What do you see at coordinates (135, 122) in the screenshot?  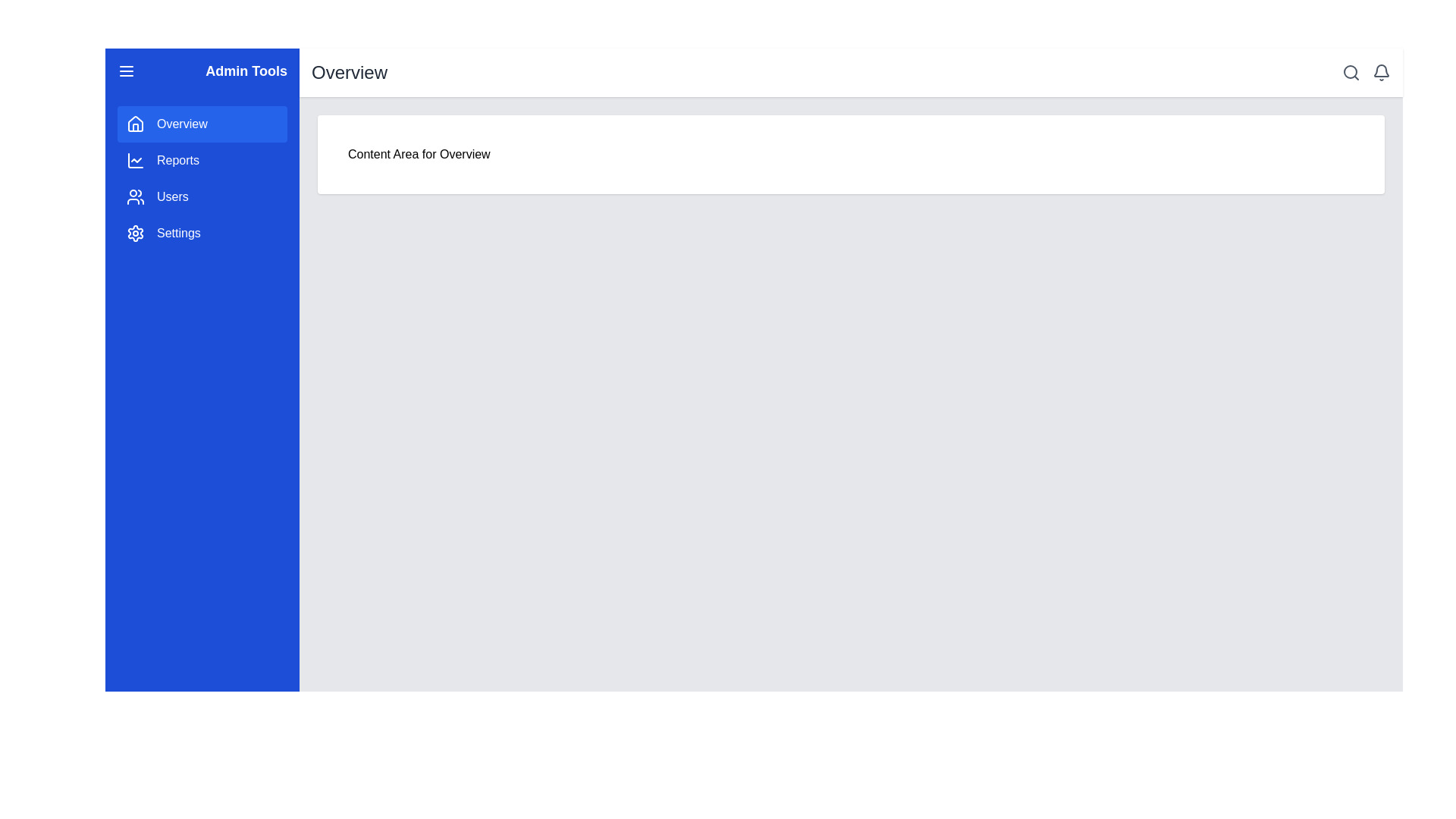 I see `the house-shaped SVG icon located in the sidebar menu` at bounding box center [135, 122].